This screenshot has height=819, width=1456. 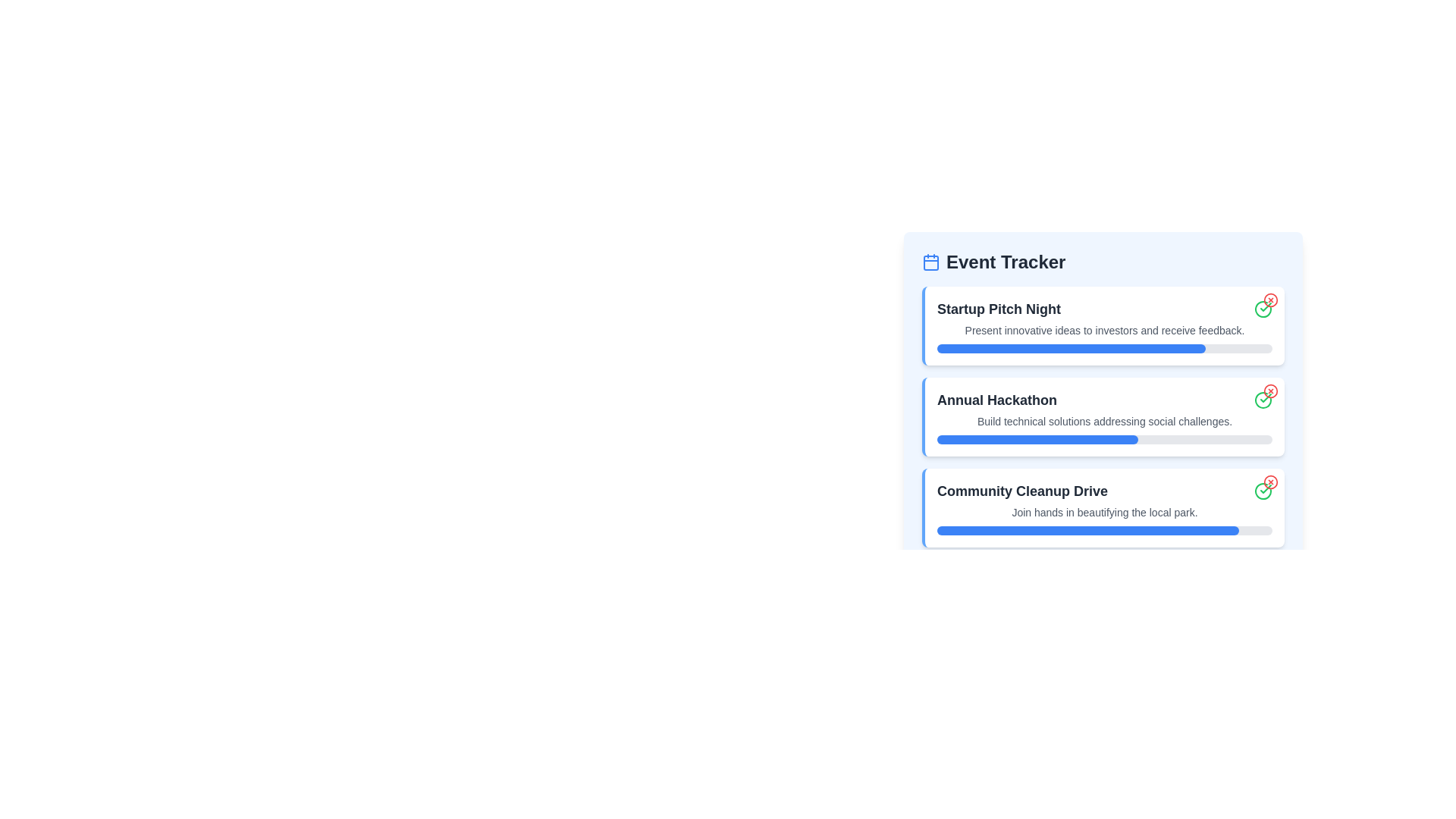 I want to click on the List component displaying information about upcoming community events, which includes titles and descriptions for 'Startup Pitch Night,' 'Annual Hackathon,' and 'Community Cleanup Drive.', so click(x=1103, y=417).